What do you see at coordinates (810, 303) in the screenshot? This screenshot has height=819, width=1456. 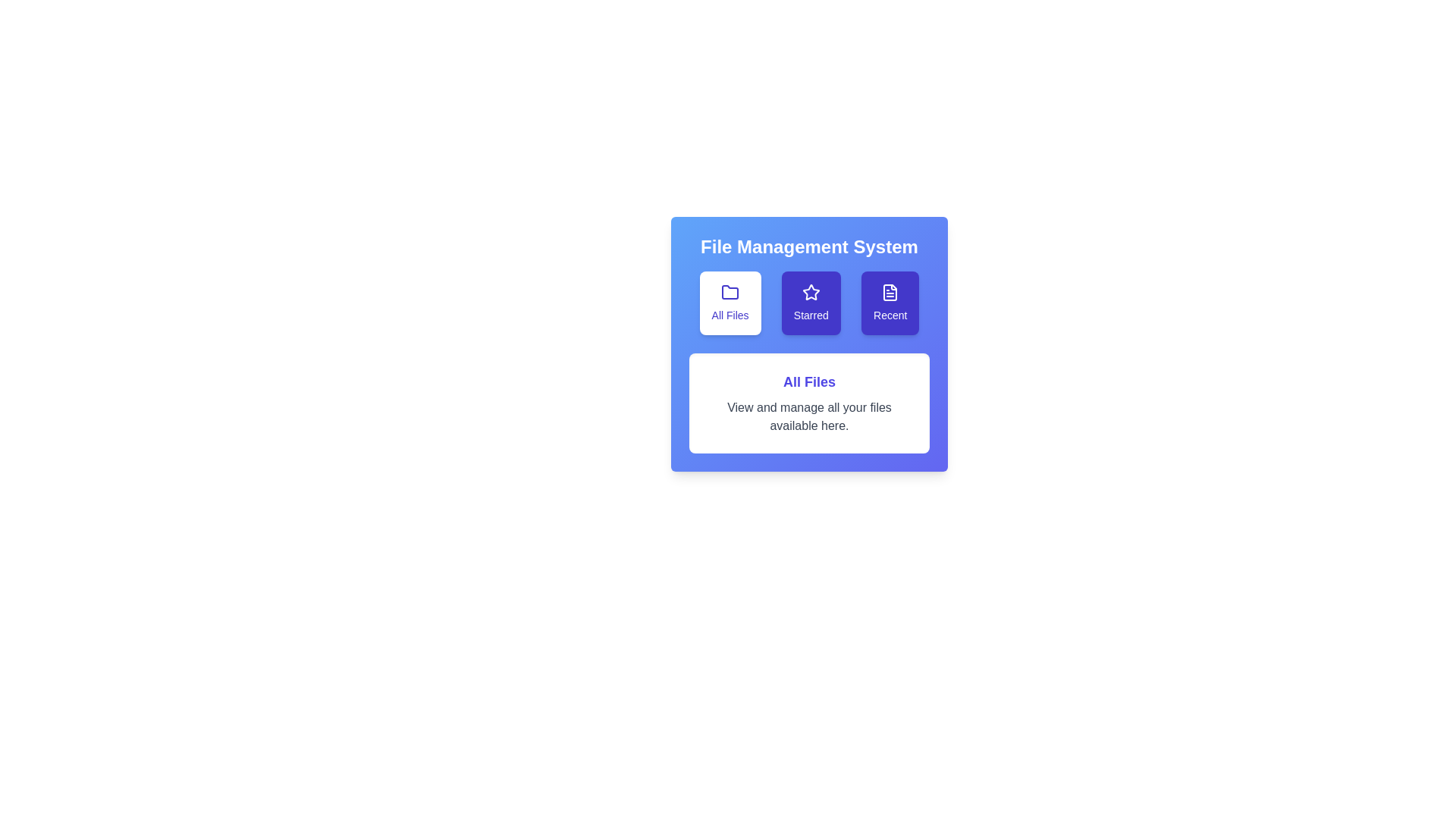 I see `the 'Starred' tab to display starred files` at bounding box center [810, 303].